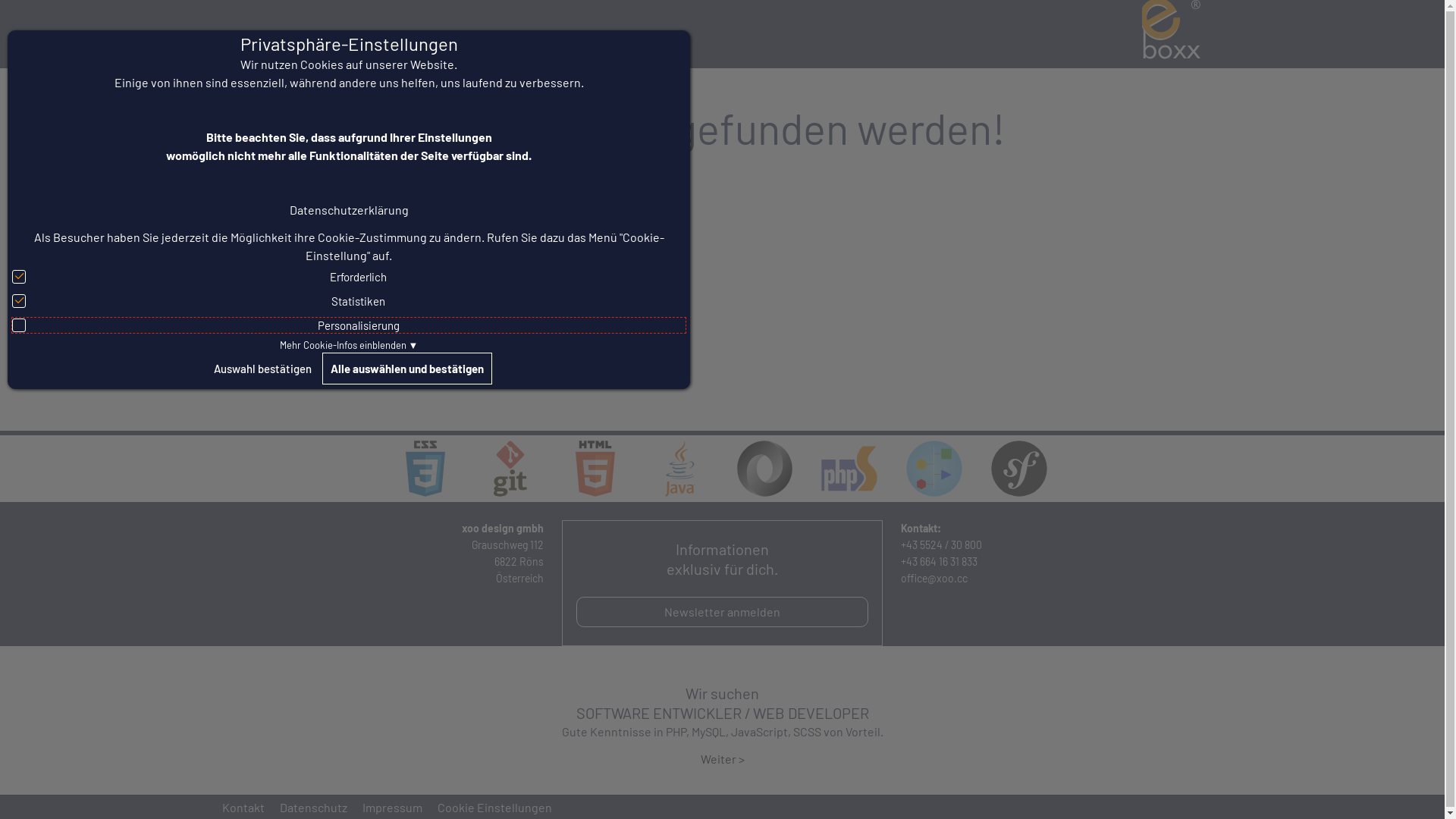 The height and width of the screenshot is (819, 1456). What do you see at coordinates (934, 578) in the screenshot?
I see `'office@xoo.cc'` at bounding box center [934, 578].